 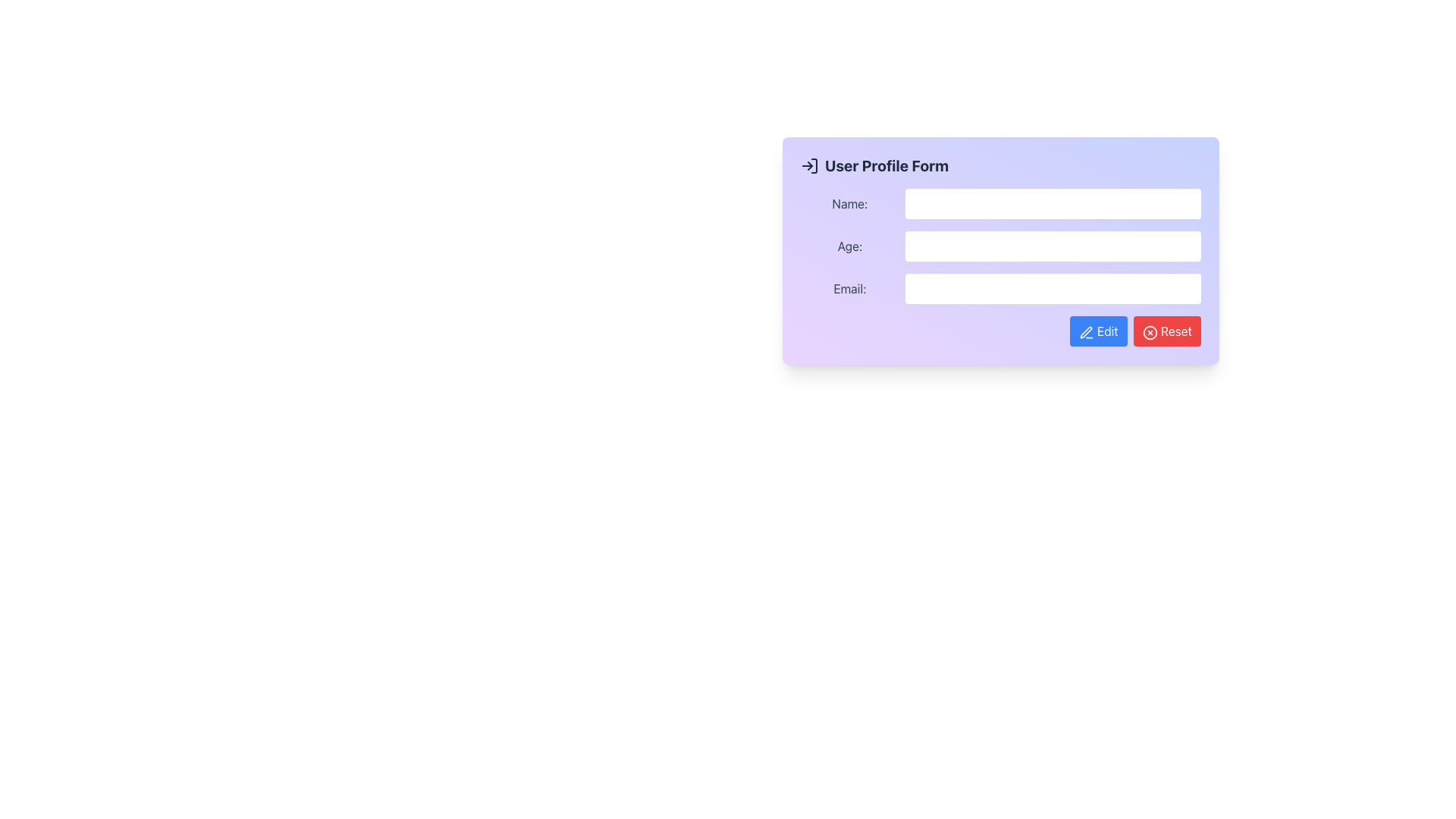 What do you see at coordinates (849, 289) in the screenshot?
I see `label text 'Email:' which is styled in gray and positioned left of the email input field in the profile form` at bounding box center [849, 289].